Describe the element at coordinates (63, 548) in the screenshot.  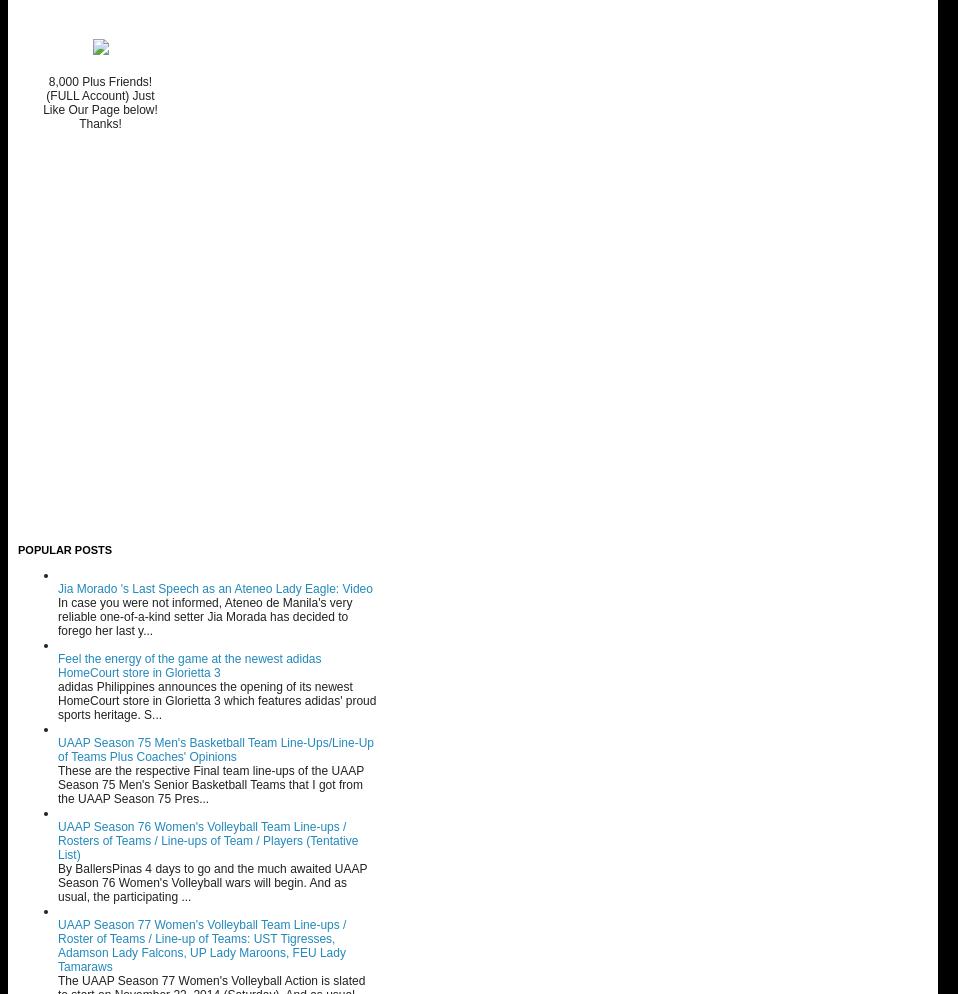
I see `'Popular Posts'` at that location.